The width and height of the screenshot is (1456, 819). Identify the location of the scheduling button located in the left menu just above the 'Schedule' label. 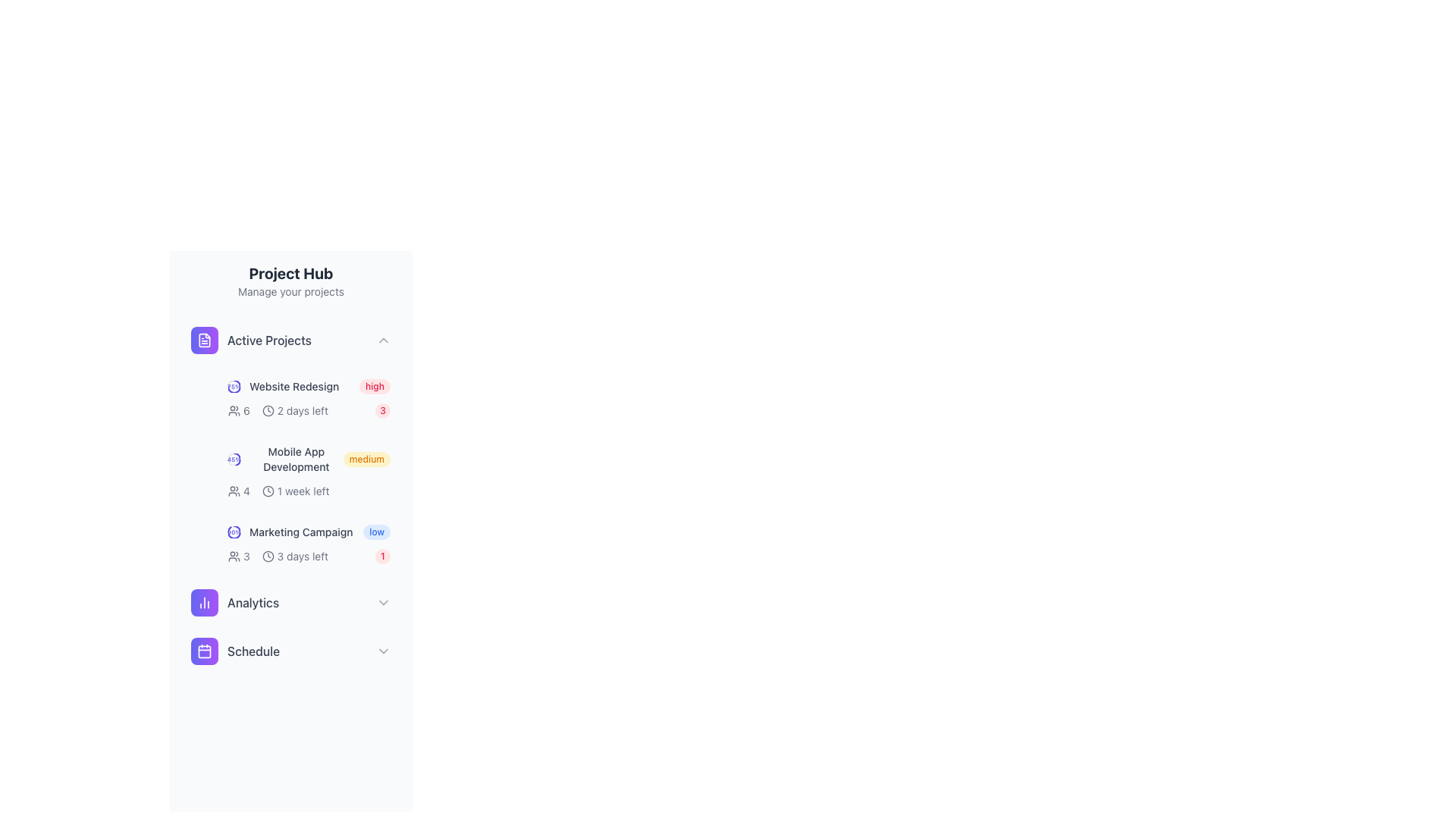
(203, 651).